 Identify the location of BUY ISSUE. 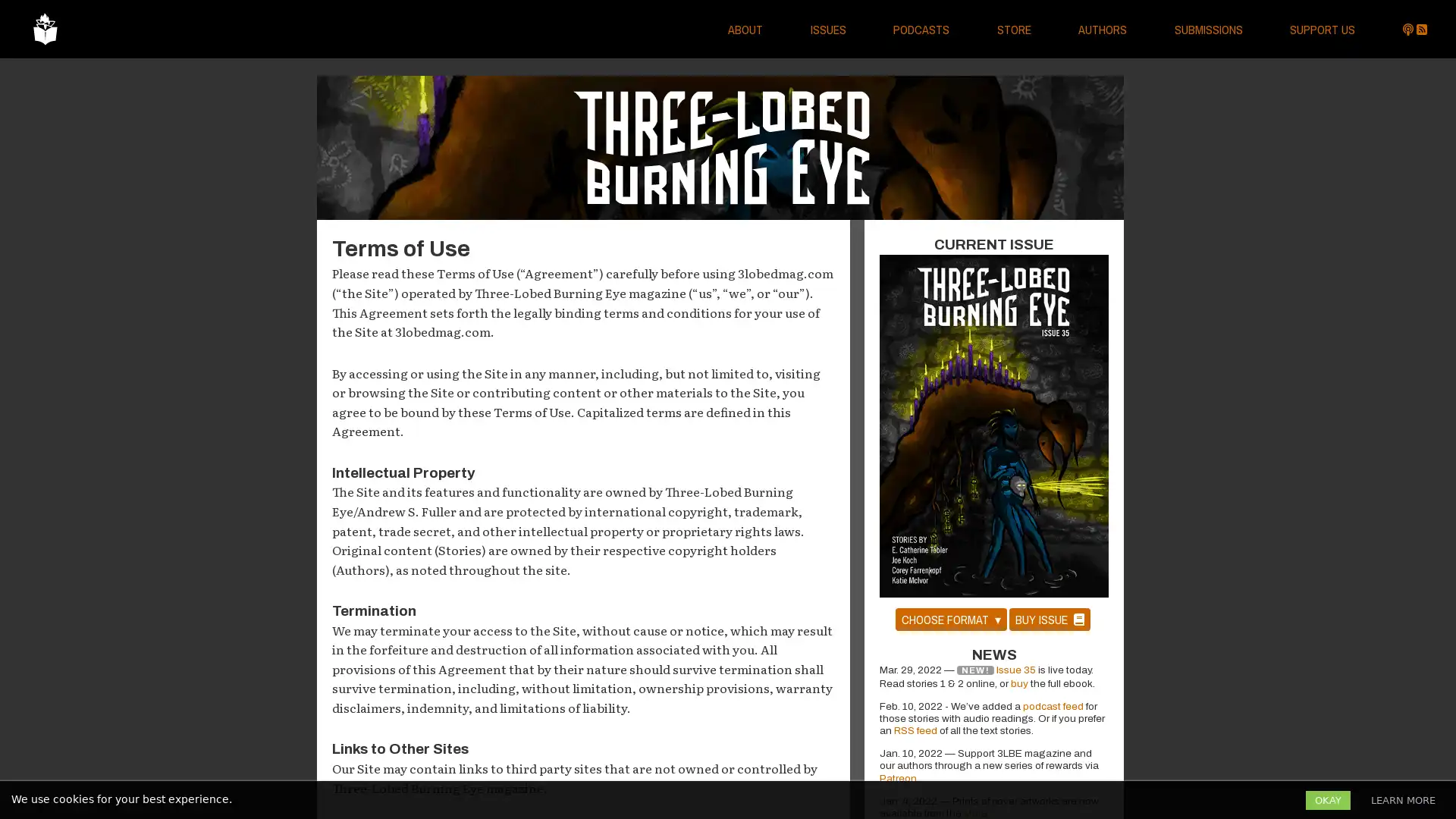
(1048, 619).